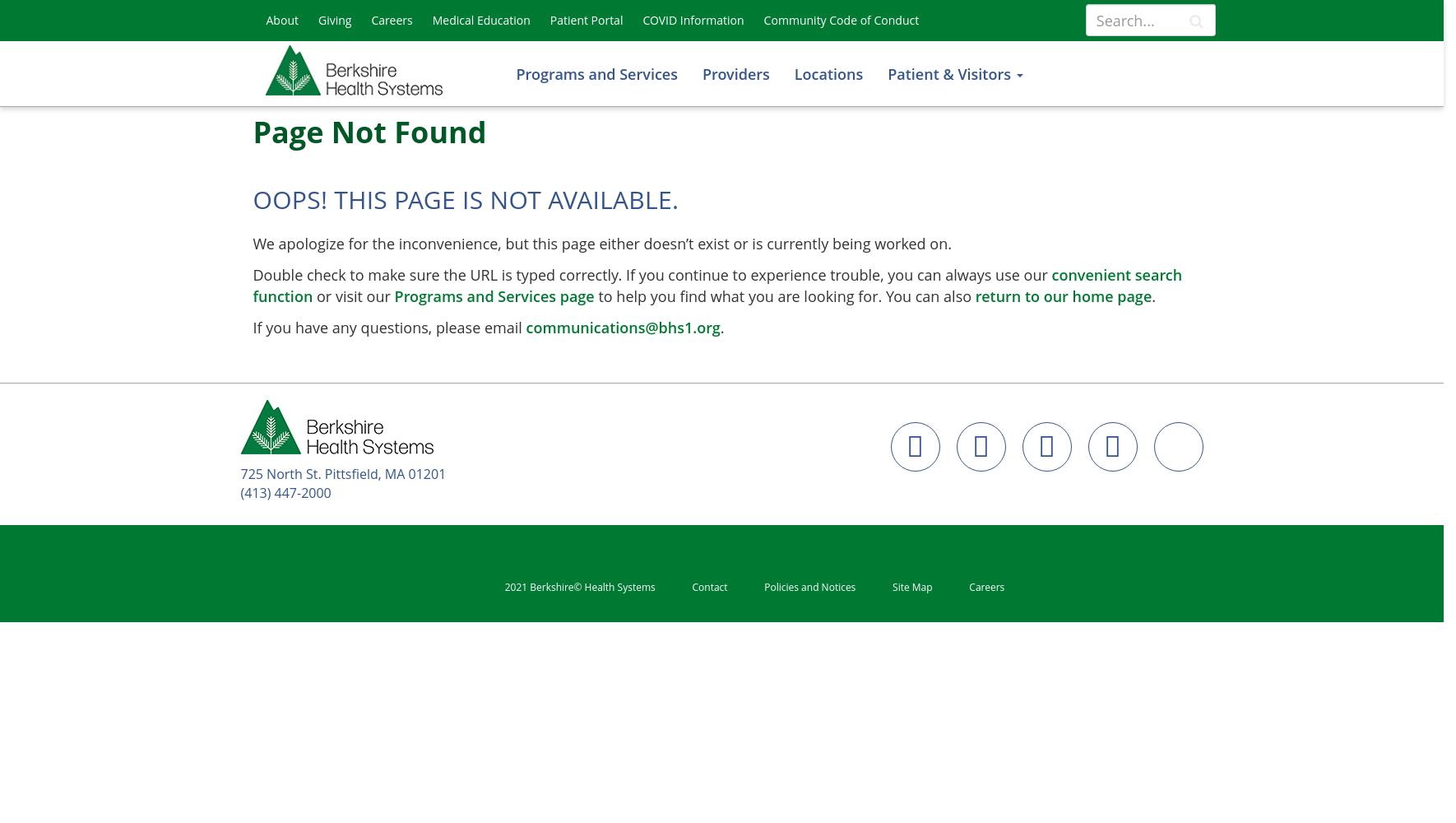 This screenshot has width=1456, height=823. Describe the element at coordinates (251, 198) in the screenshot. I see `'Oops! This page is not available.'` at that location.